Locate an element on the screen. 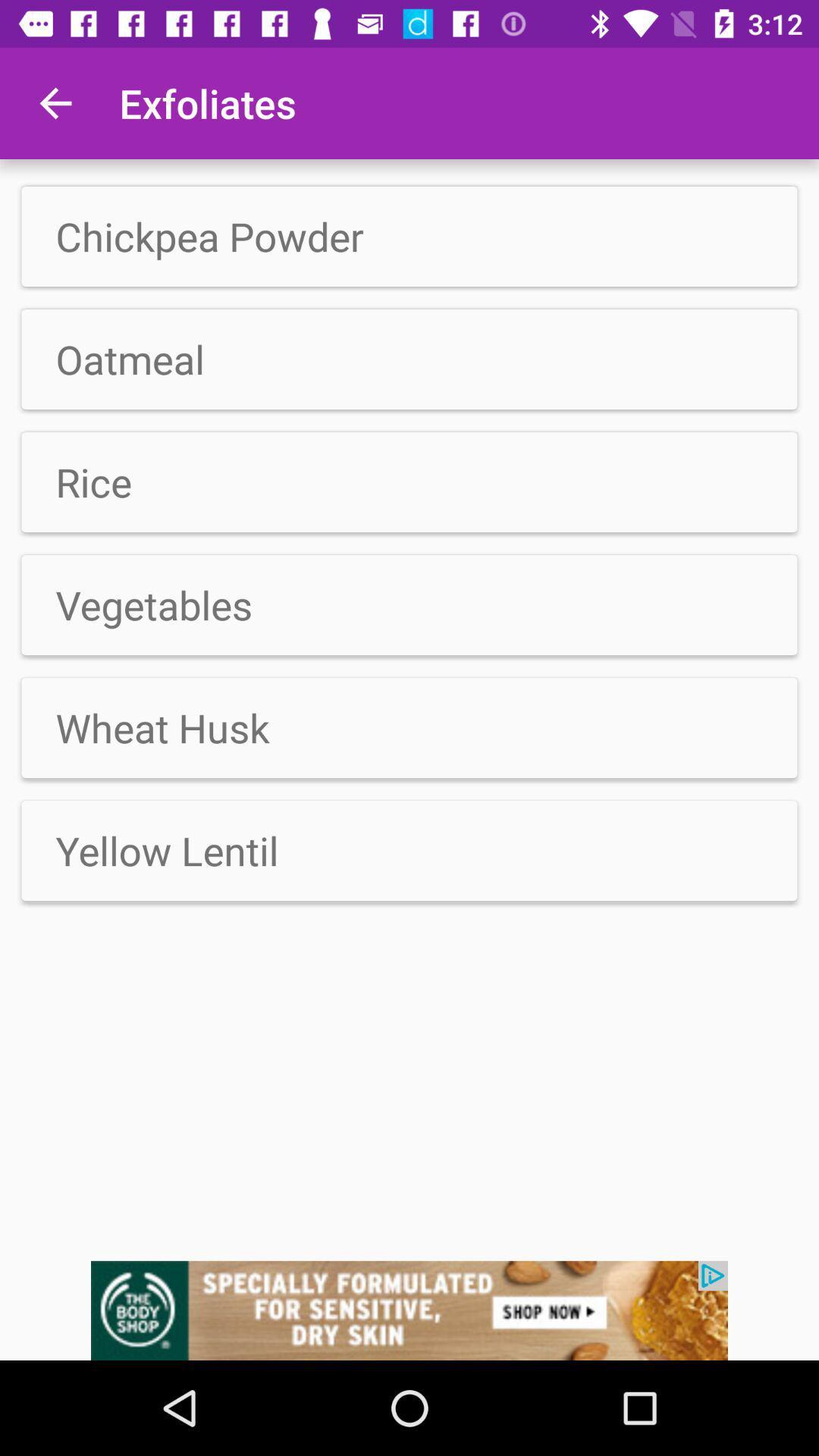 The width and height of the screenshot is (819, 1456). the button which is below the rice is located at coordinates (409, 604).